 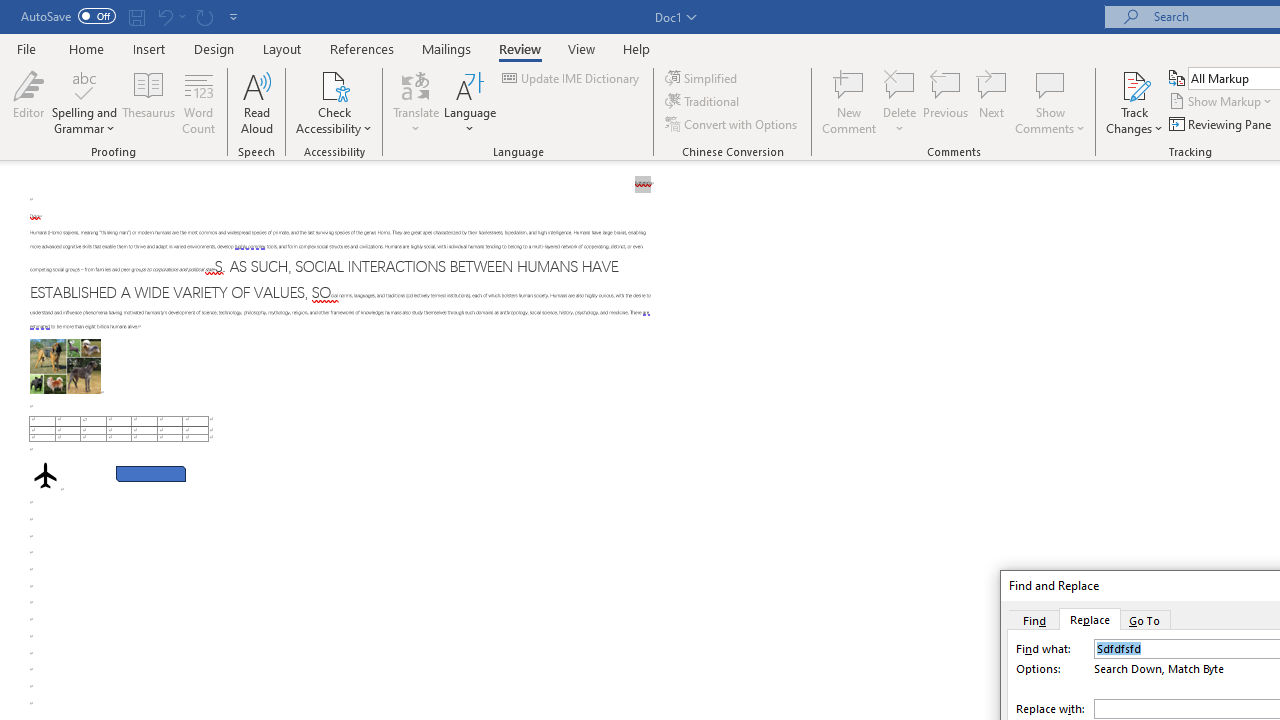 What do you see at coordinates (1049, 103) in the screenshot?
I see `'Show Comments'` at bounding box center [1049, 103].